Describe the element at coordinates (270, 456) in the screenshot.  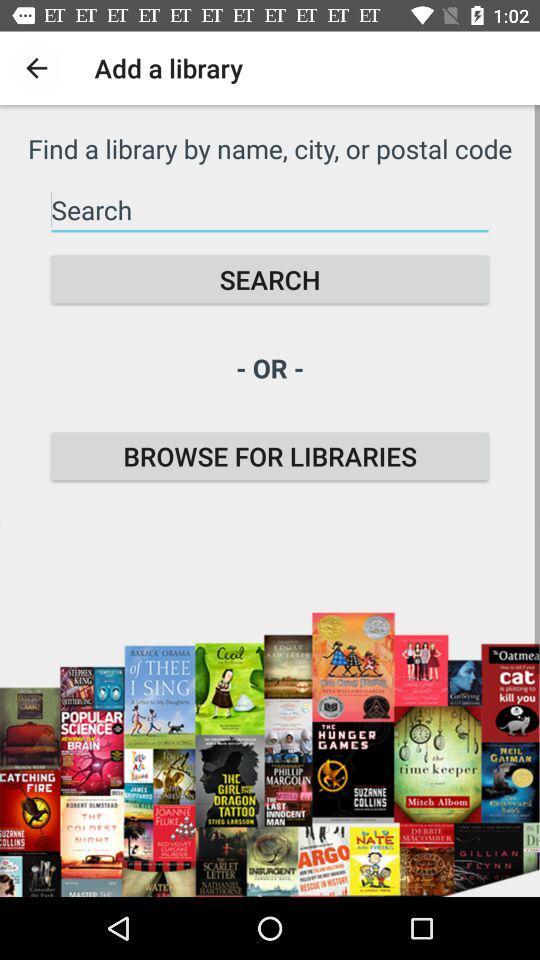
I see `the browse for libraries icon` at that location.